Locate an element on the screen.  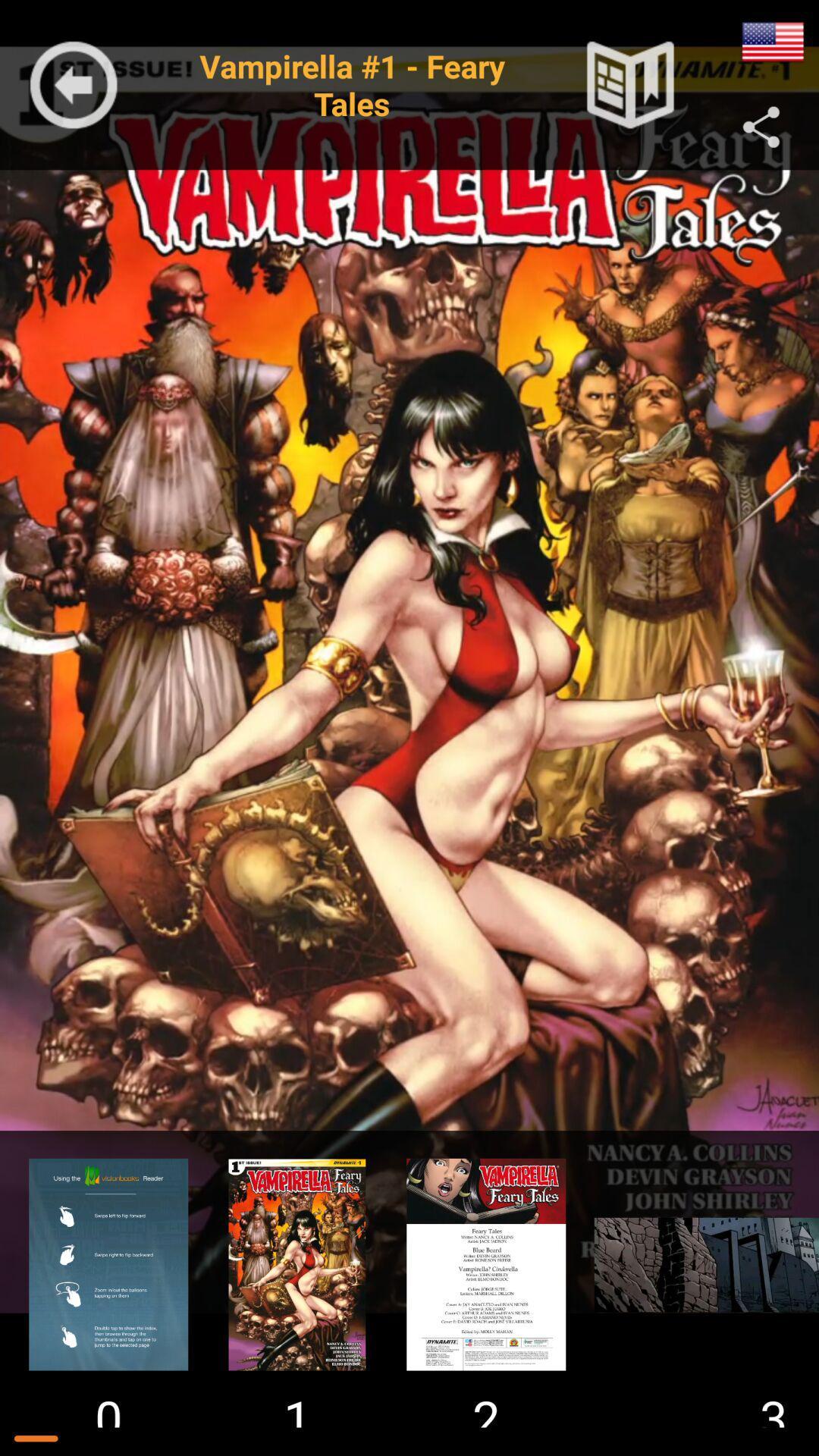
option 3 is located at coordinates (486, 1264).